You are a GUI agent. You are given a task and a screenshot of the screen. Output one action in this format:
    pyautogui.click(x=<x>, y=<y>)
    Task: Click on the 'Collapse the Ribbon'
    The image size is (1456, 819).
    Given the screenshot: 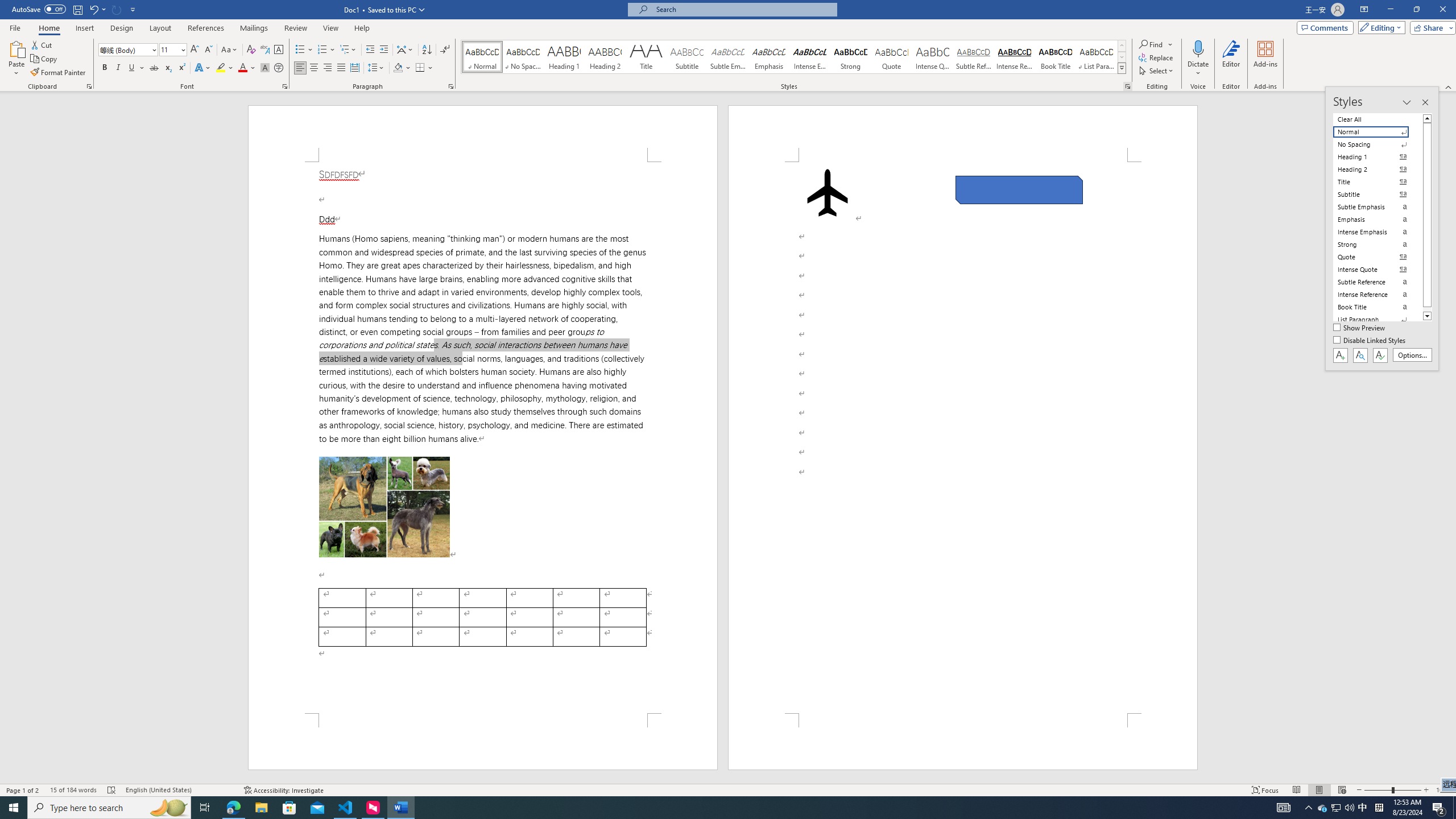 What is the action you would take?
    pyautogui.click(x=1449, y=87)
    